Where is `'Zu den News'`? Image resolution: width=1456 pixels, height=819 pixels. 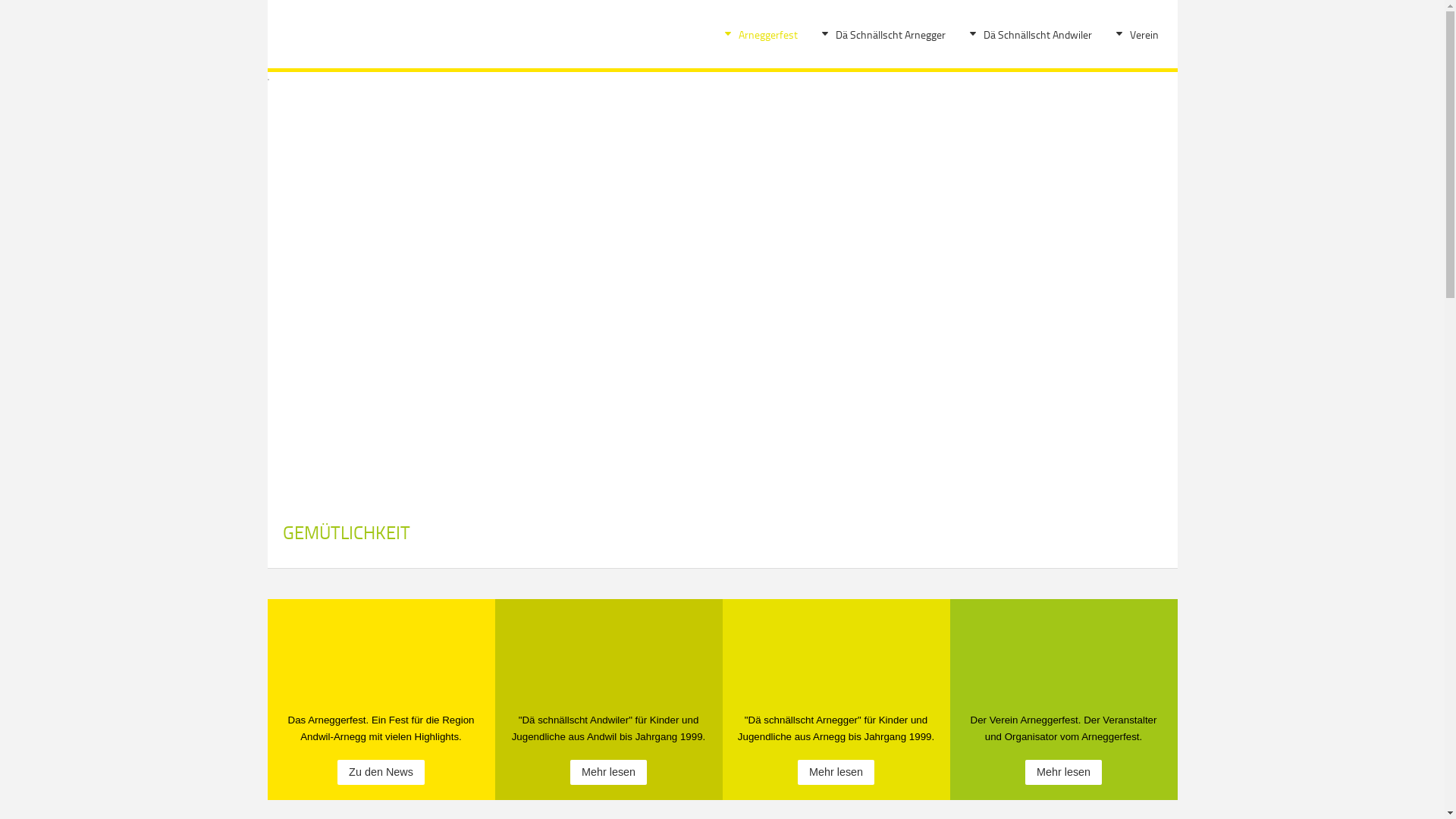 'Zu den News' is located at coordinates (381, 772).